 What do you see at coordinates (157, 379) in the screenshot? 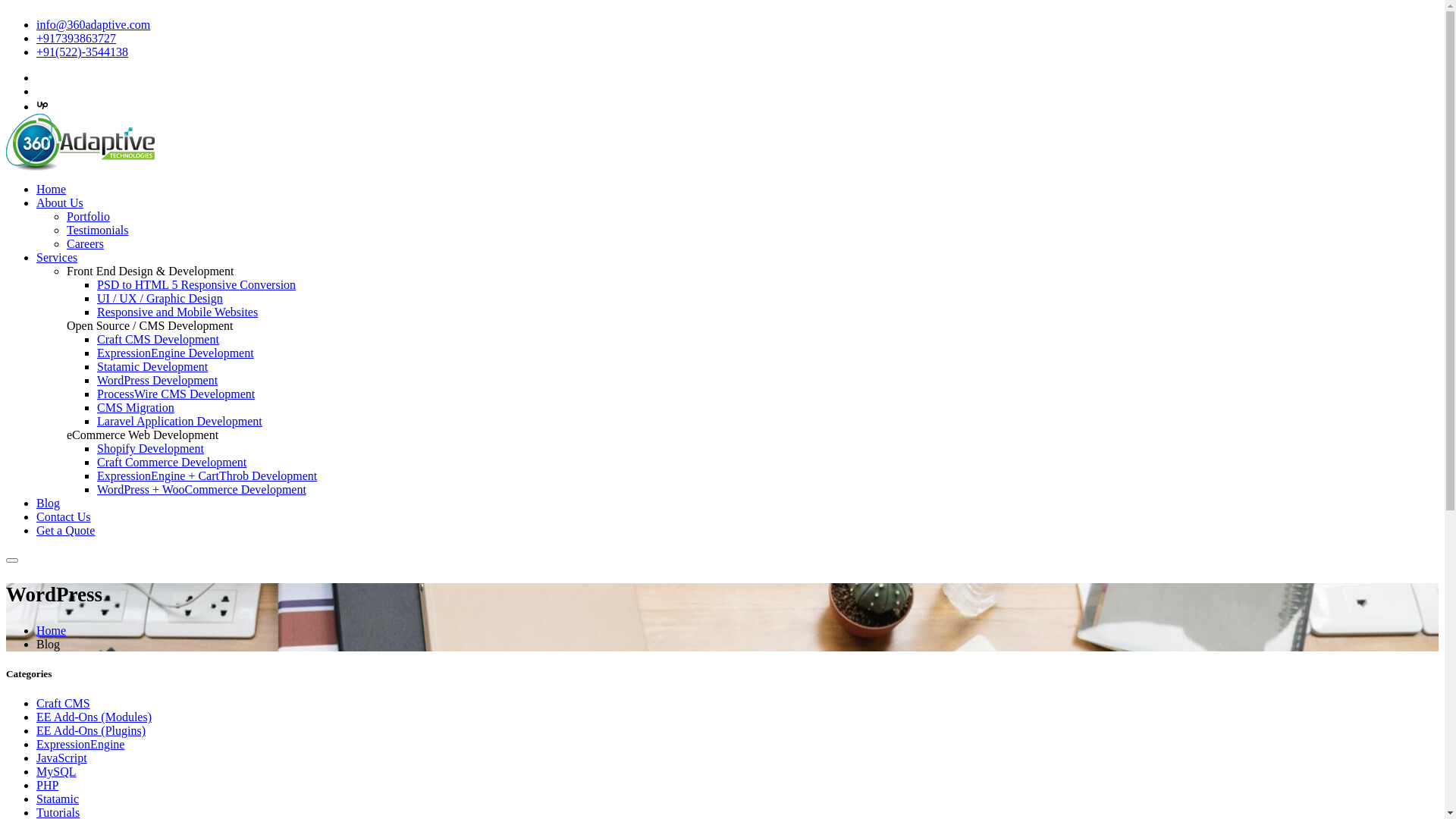
I see `'WordPress Development'` at bounding box center [157, 379].